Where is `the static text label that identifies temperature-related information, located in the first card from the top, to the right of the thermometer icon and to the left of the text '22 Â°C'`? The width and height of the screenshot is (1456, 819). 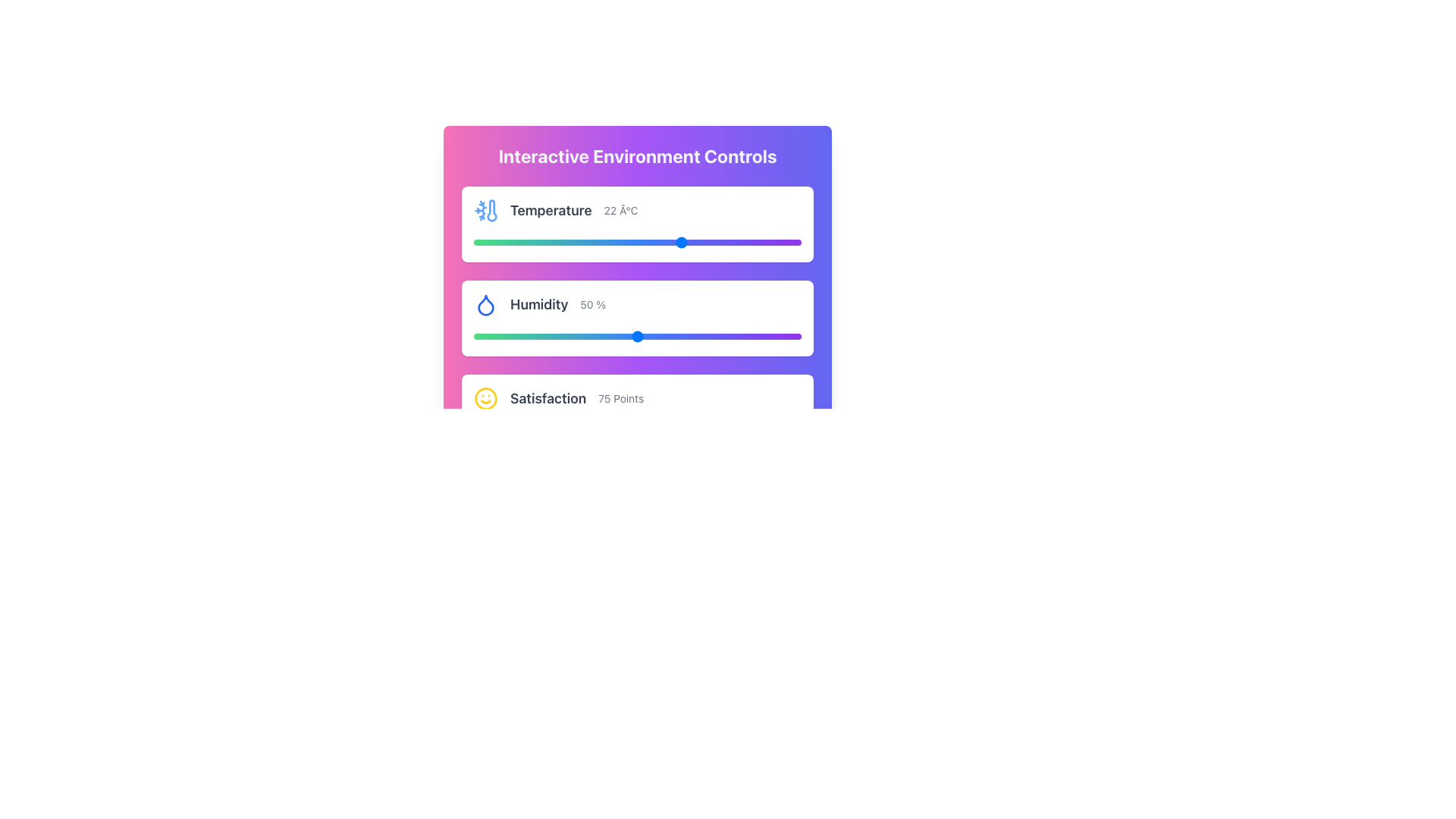 the static text label that identifies temperature-related information, located in the first card from the top, to the right of the thermometer icon and to the left of the text '22 Â°C' is located at coordinates (550, 210).